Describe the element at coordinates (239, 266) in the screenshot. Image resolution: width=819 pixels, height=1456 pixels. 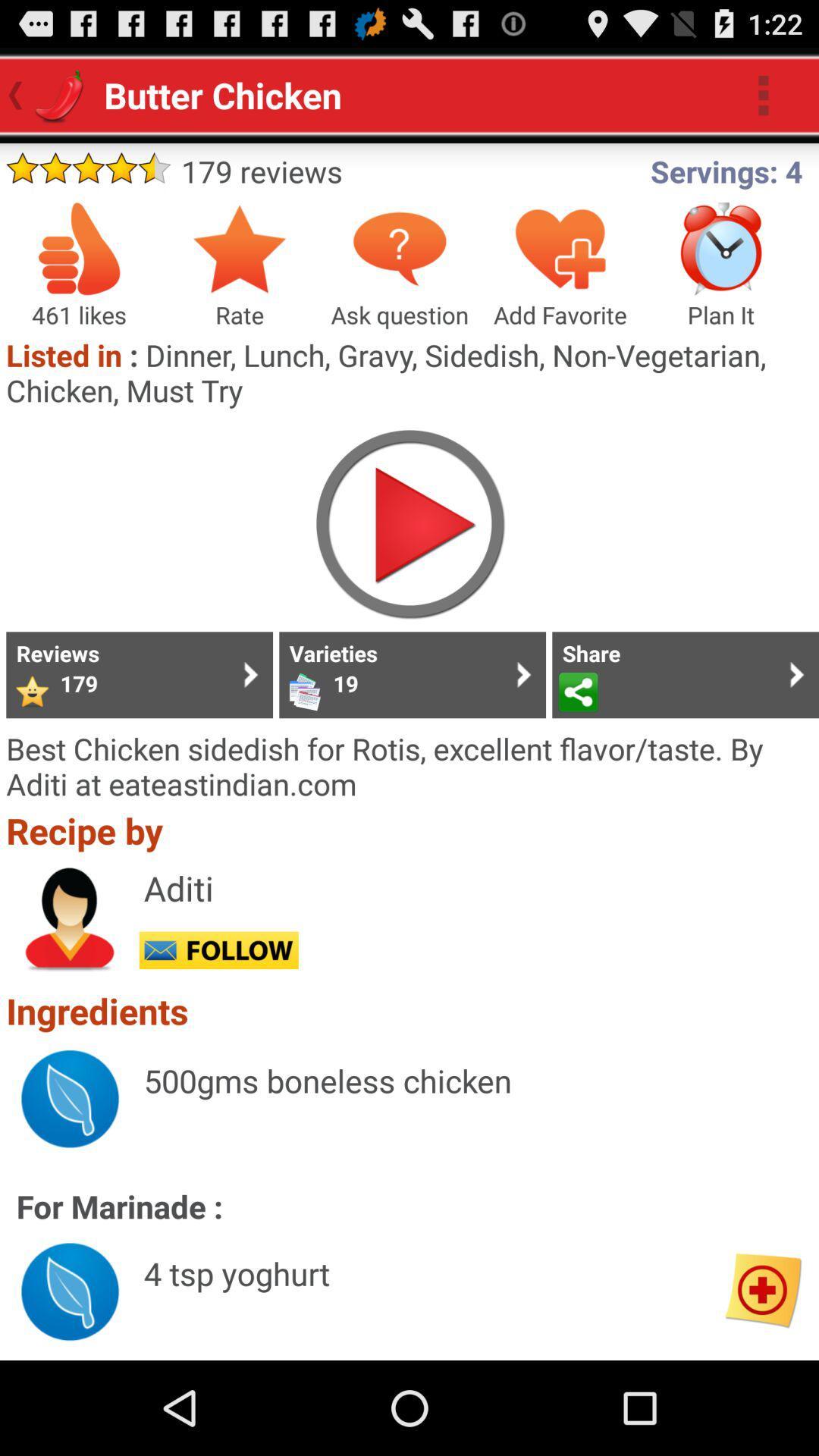
I see `the star icon` at that location.